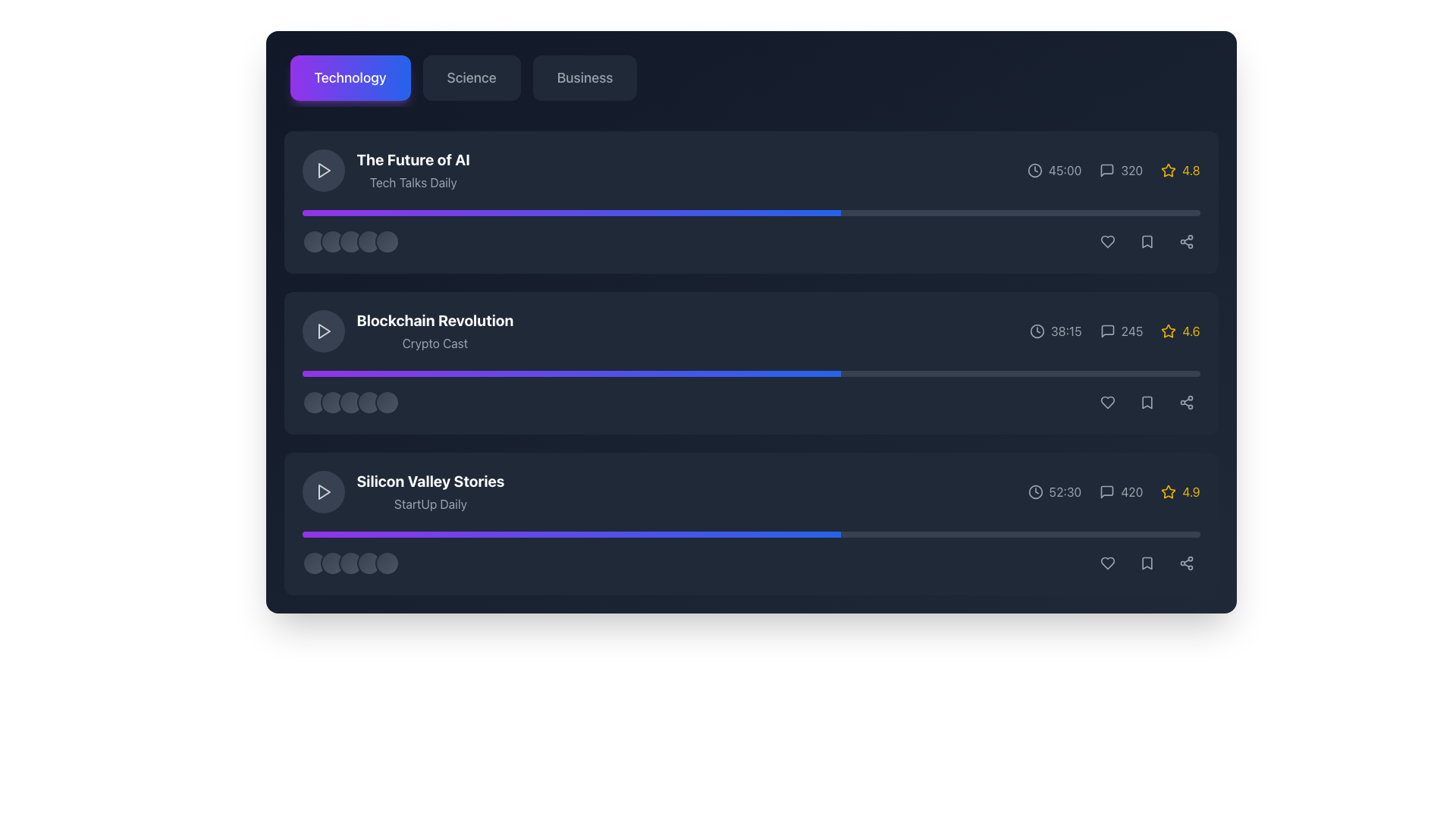 The height and width of the screenshot is (819, 1456). What do you see at coordinates (1107, 491) in the screenshot?
I see `the small outlined speech bubble icon indicating comments or messages, located near the bottom-right corner of the third media item` at bounding box center [1107, 491].